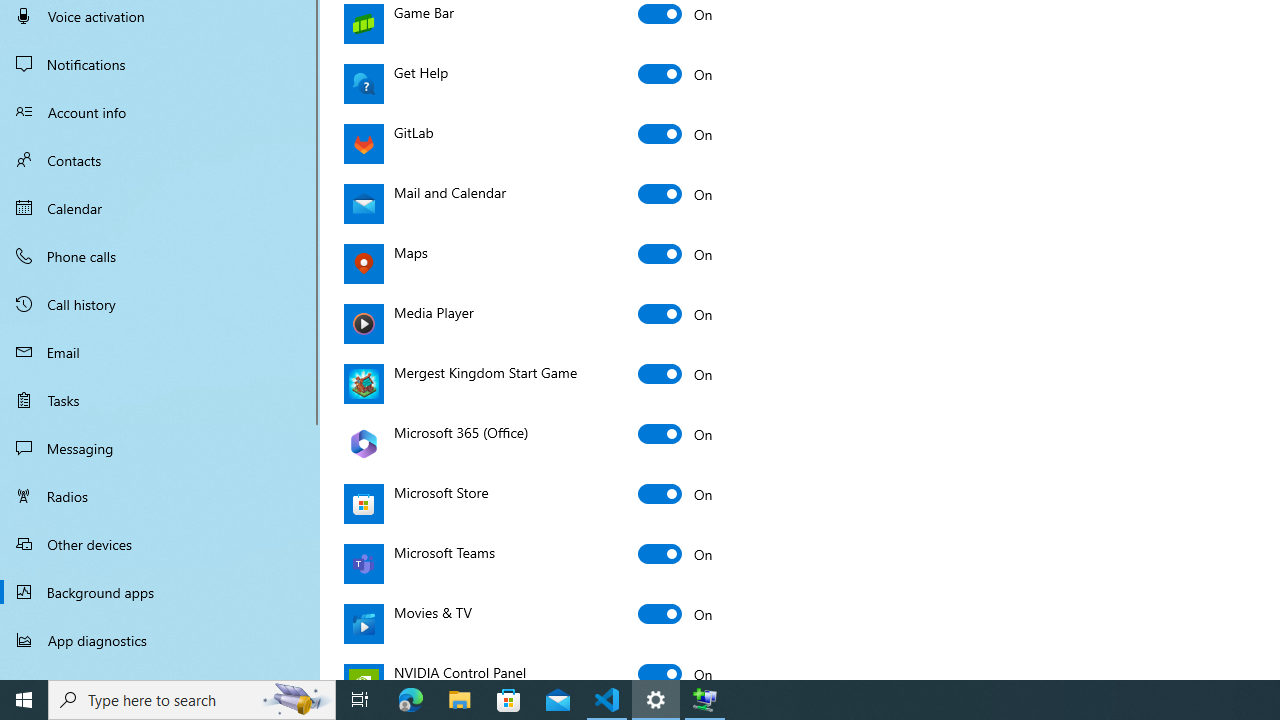 This screenshot has width=1280, height=720. I want to click on 'Background apps', so click(160, 591).